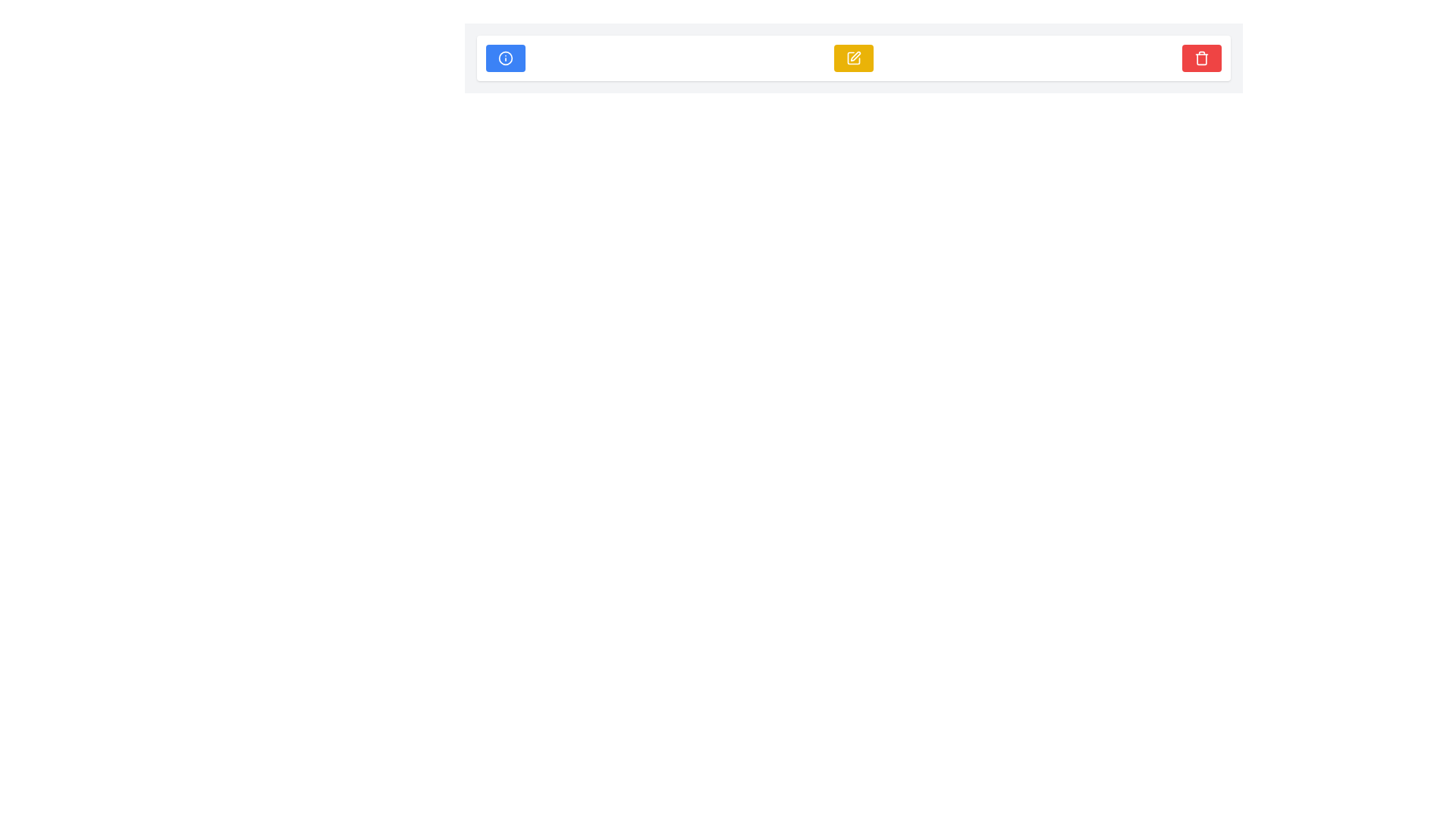 This screenshot has height=819, width=1456. Describe the element at coordinates (506, 58) in the screenshot. I see `the blue rectangular button labeled 'Information'` at that location.